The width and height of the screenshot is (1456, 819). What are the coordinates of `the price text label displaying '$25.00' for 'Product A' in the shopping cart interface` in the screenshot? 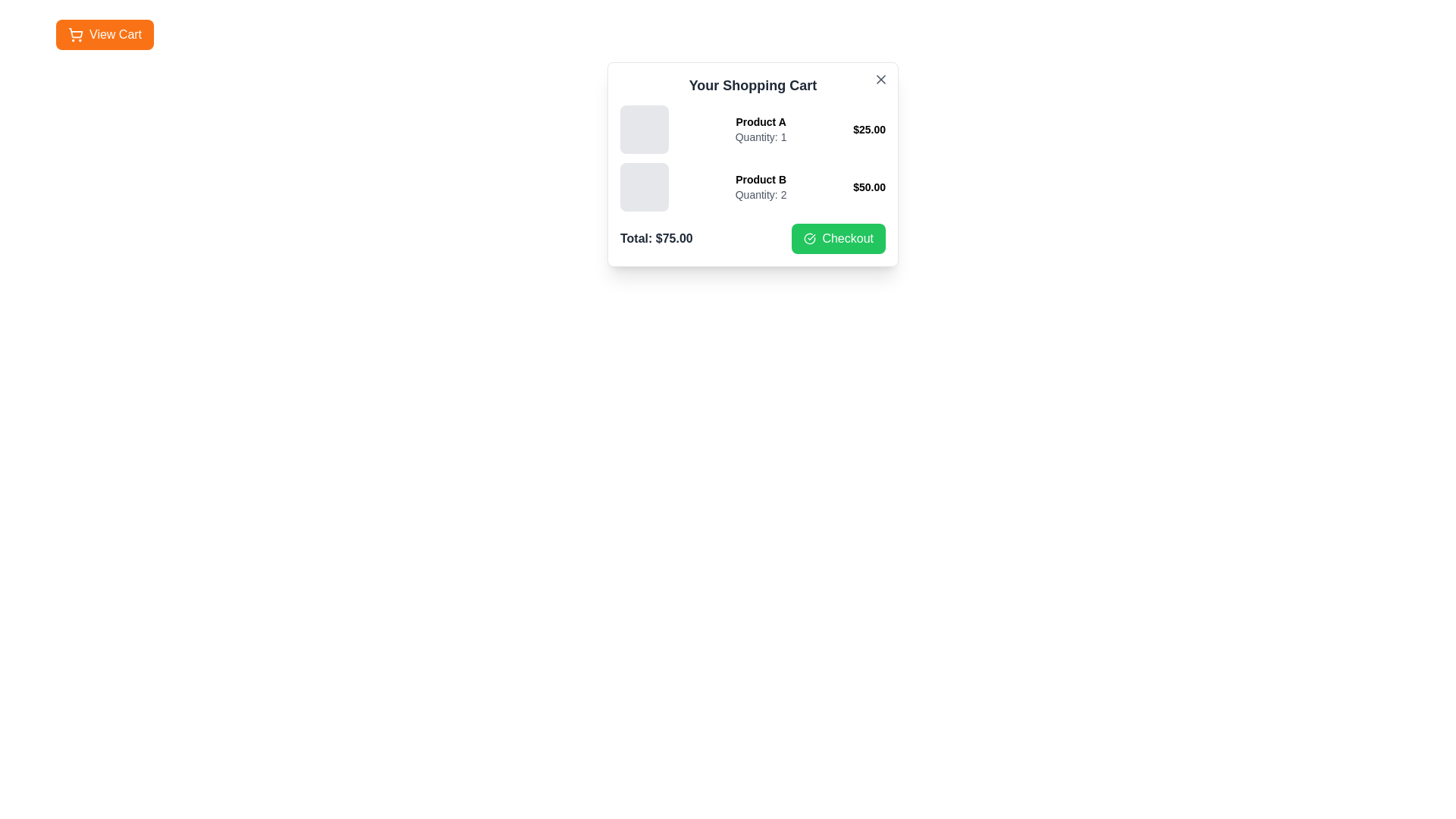 It's located at (869, 128).